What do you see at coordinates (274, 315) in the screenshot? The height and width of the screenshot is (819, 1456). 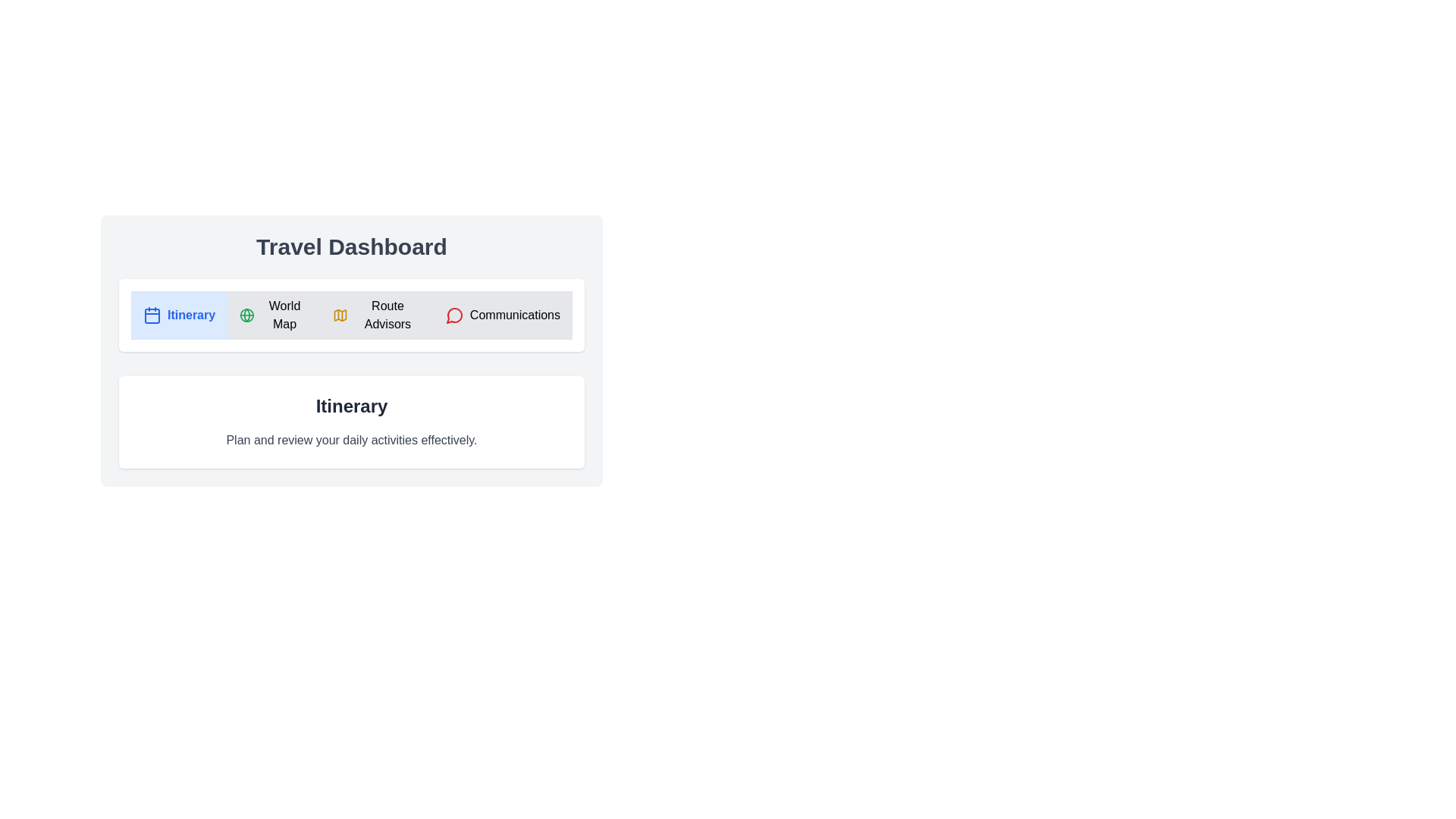 I see `the tab labeled World Map to view its content` at bounding box center [274, 315].